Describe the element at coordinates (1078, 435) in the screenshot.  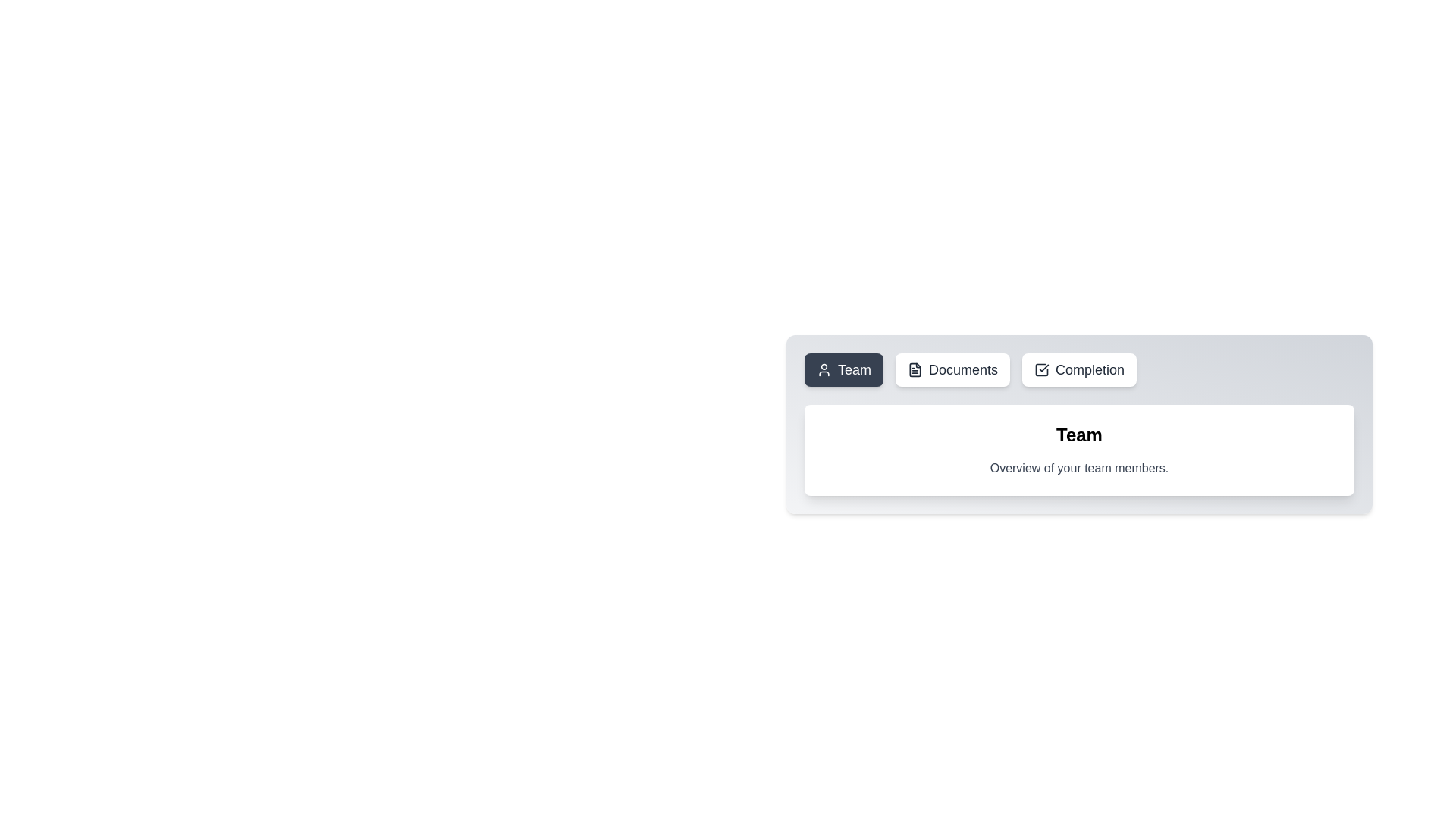
I see `bold heading text labeled 'Team' situated at the top of the central panel with a lighter gray background` at that location.